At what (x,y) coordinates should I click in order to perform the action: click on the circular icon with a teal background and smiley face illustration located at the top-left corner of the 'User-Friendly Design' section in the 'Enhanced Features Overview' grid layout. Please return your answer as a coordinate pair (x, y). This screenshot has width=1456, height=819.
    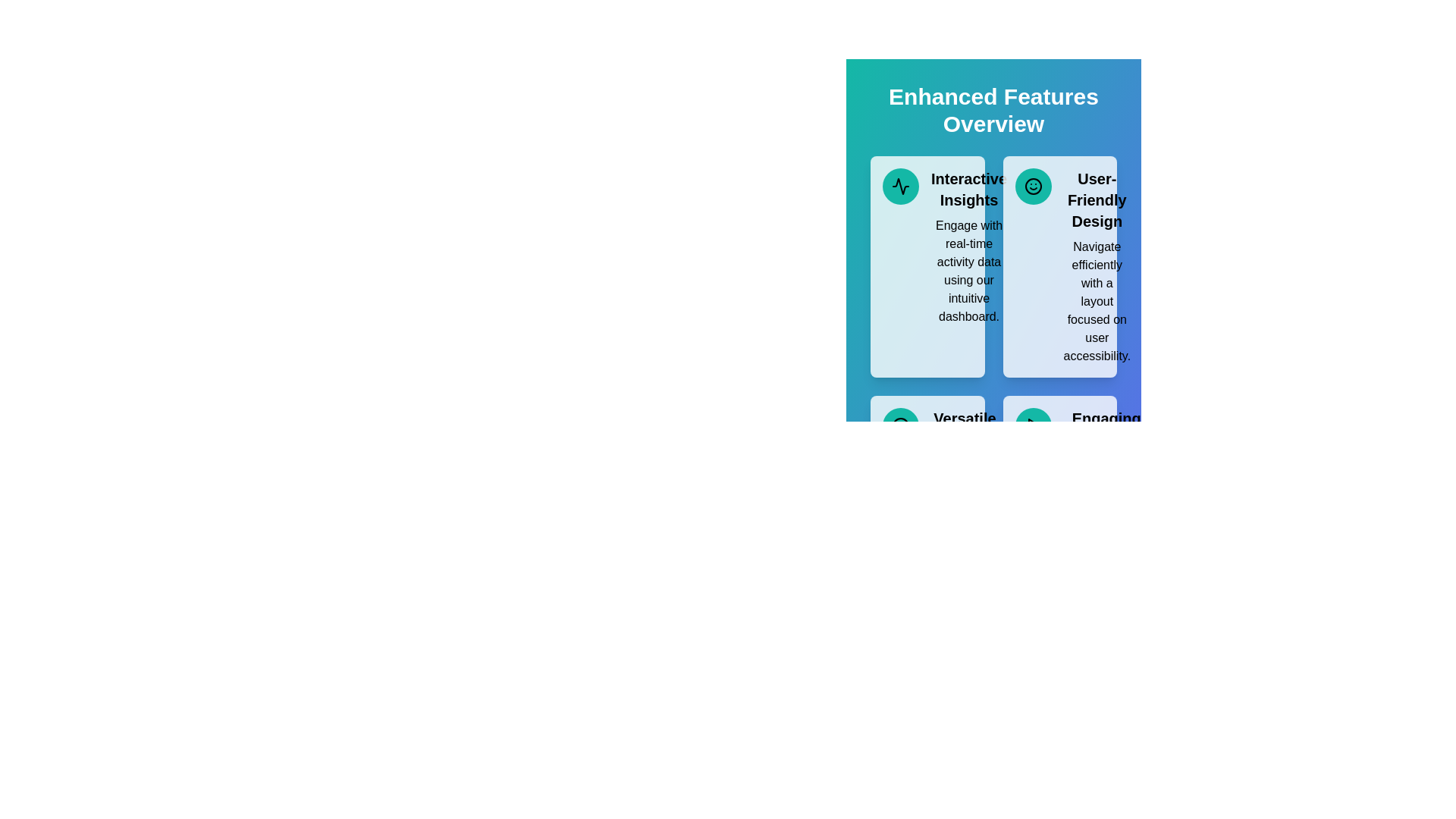
    Looking at the image, I should click on (1032, 186).